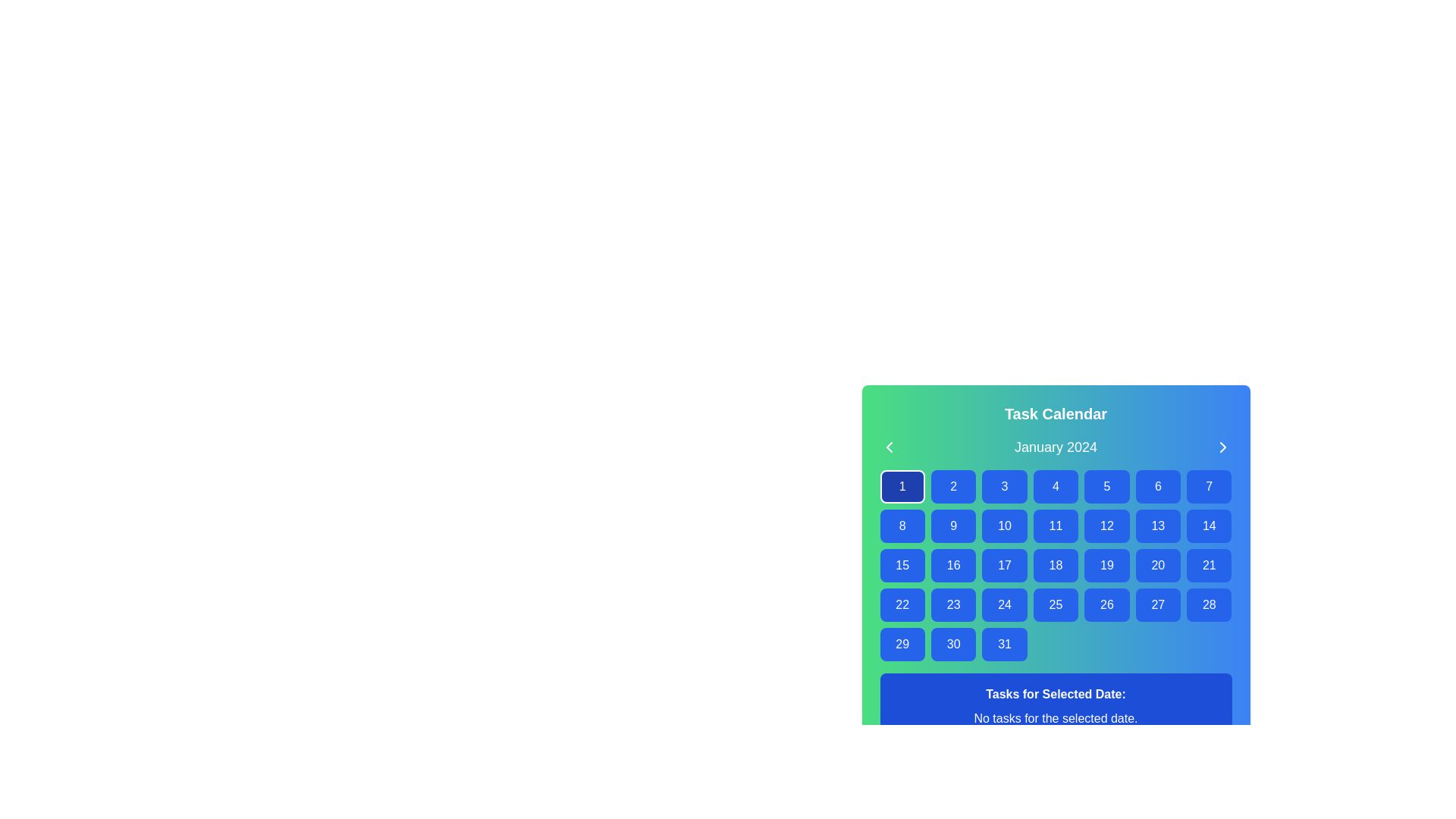 This screenshot has width=1456, height=819. Describe the element at coordinates (1106, 486) in the screenshot. I see `the square blue button with the digit '5'` at that location.